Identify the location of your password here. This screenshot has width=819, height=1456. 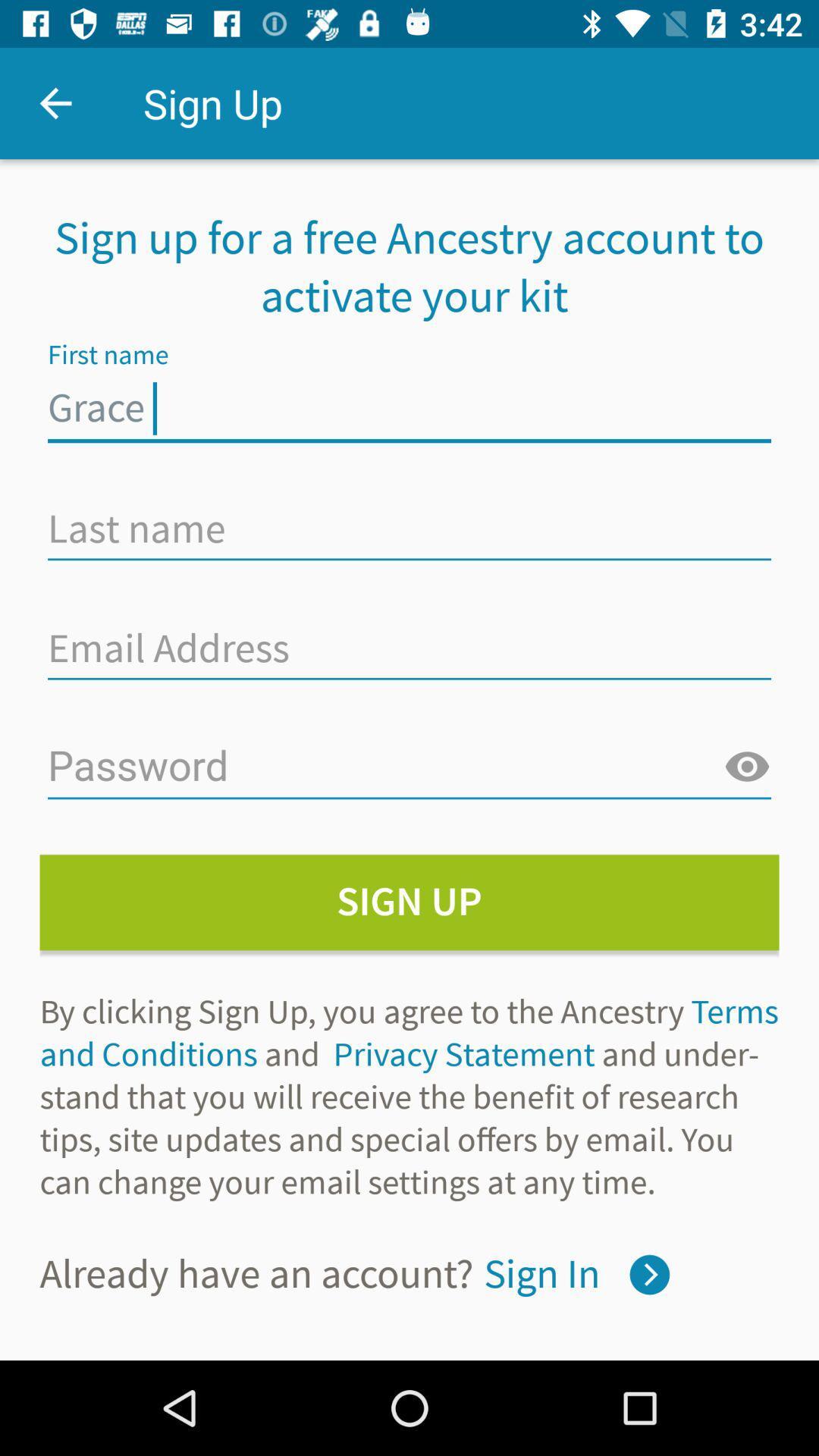
(409, 767).